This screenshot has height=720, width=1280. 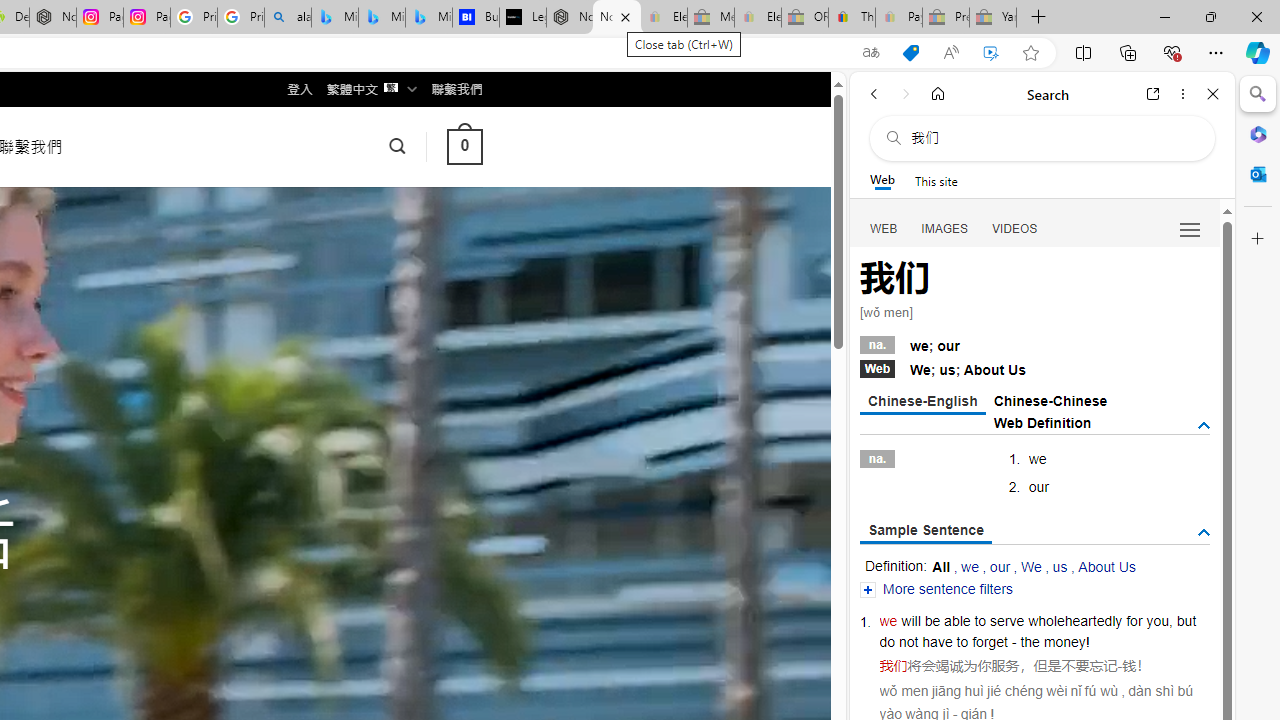 I want to click on '!', so click(x=1087, y=642).